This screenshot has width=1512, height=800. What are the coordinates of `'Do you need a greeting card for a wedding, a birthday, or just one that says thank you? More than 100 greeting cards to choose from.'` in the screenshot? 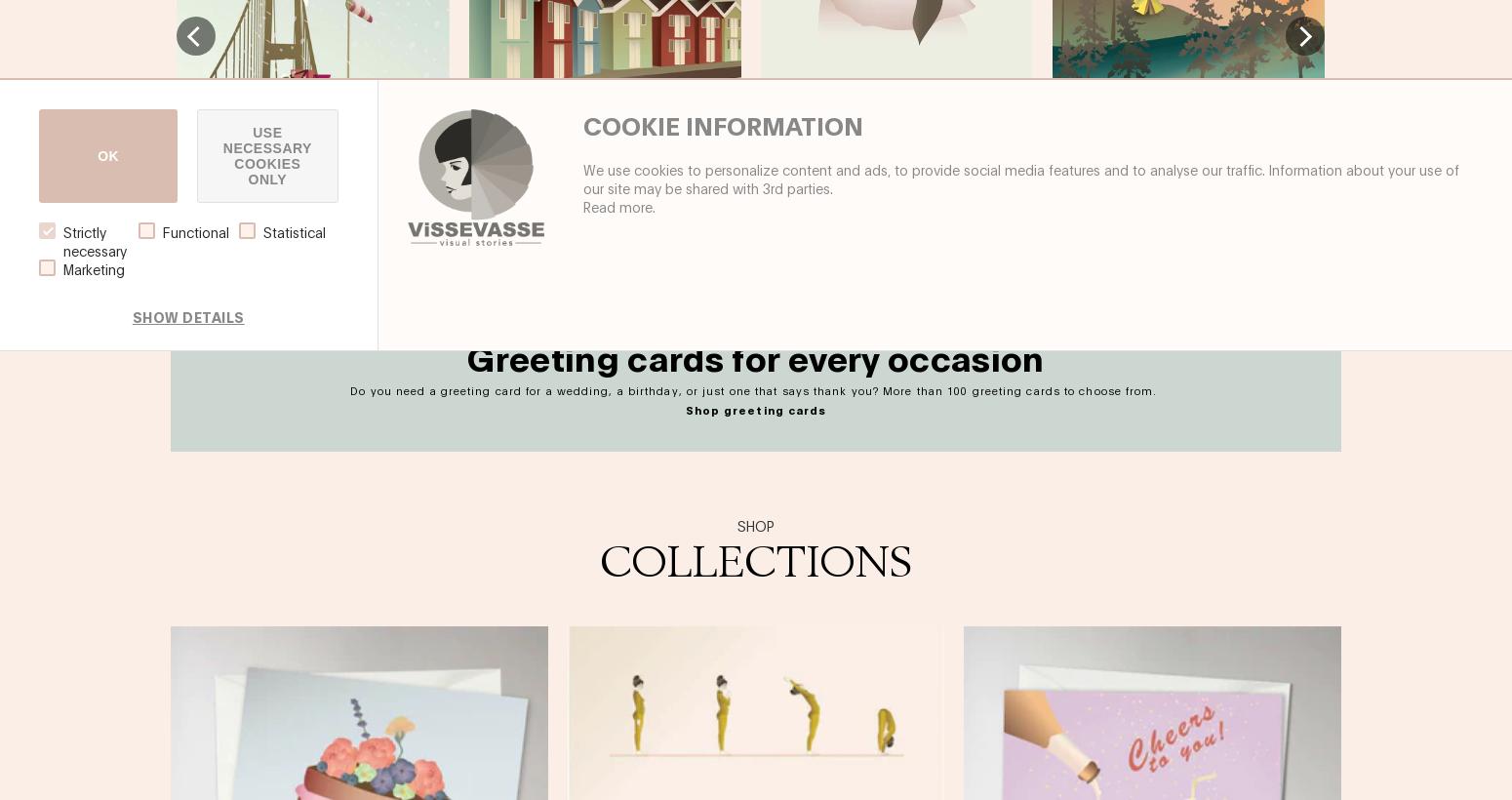 It's located at (755, 389).